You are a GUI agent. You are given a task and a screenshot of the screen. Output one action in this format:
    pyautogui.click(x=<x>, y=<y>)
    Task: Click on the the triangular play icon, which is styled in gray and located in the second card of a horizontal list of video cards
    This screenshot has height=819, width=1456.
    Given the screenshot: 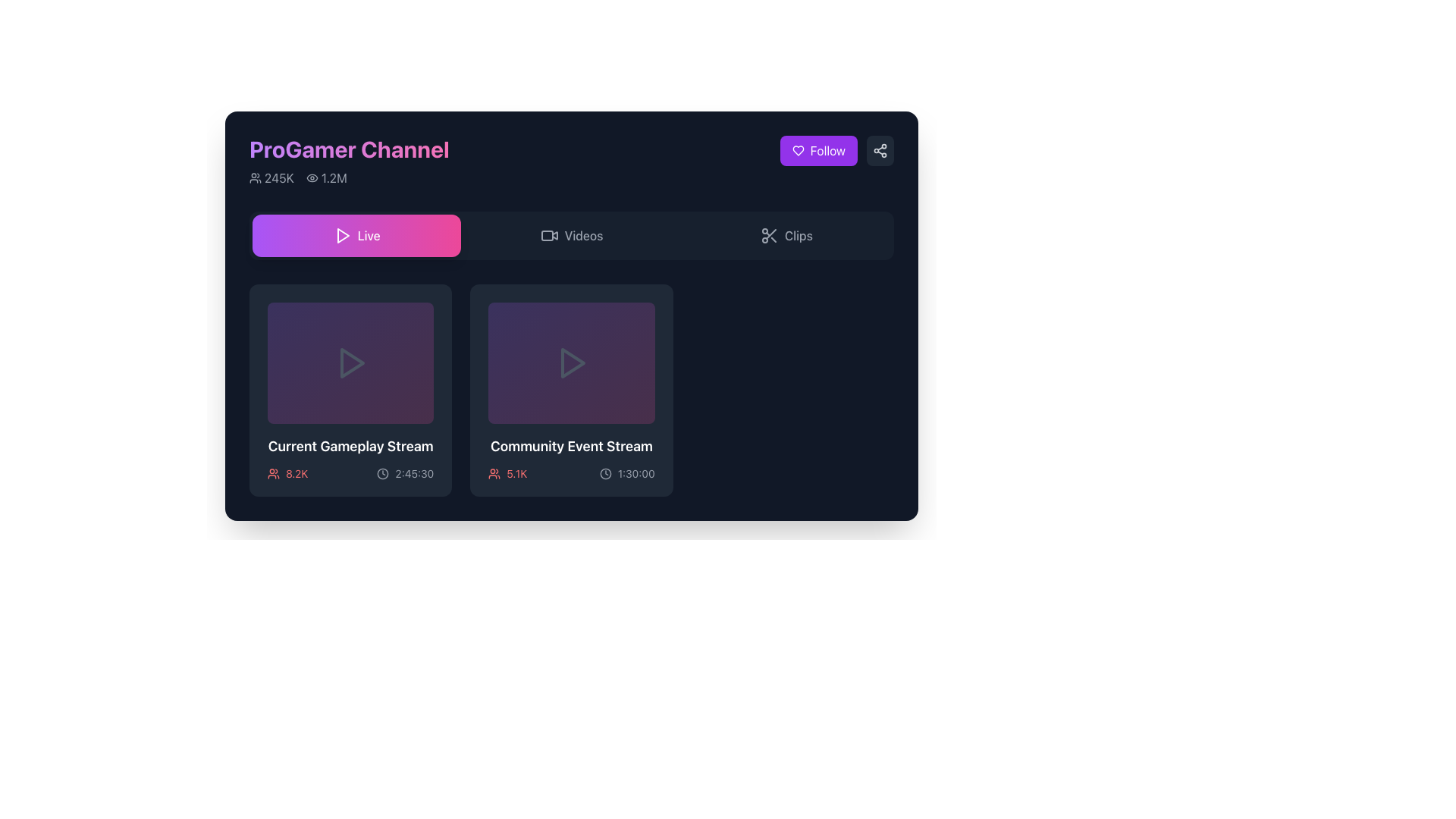 What is the action you would take?
    pyautogui.click(x=570, y=362)
    